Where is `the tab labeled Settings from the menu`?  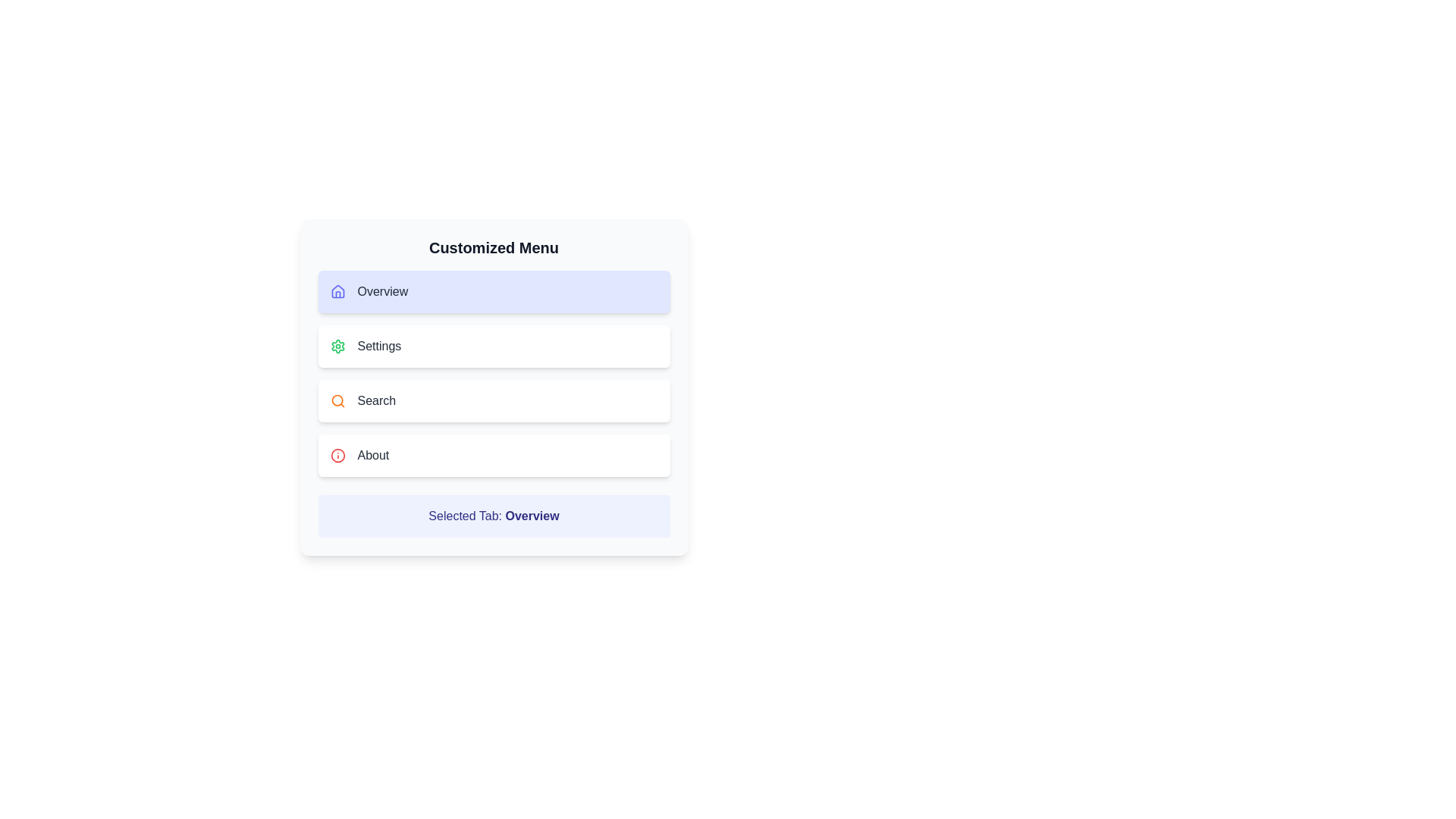
the tab labeled Settings from the menu is located at coordinates (494, 346).